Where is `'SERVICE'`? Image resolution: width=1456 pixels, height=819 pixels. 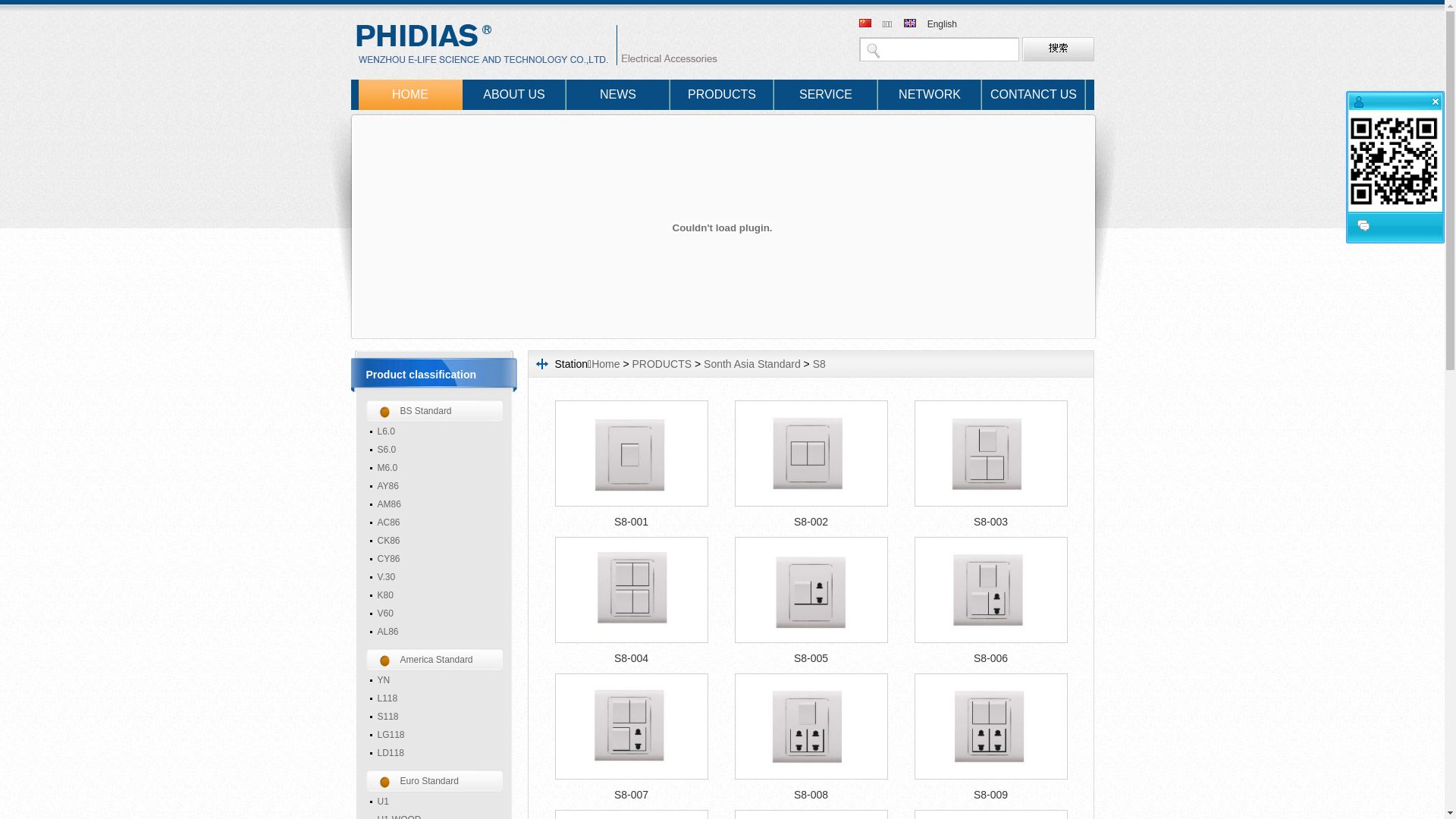
'SERVICE' is located at coordinates (773, 94).